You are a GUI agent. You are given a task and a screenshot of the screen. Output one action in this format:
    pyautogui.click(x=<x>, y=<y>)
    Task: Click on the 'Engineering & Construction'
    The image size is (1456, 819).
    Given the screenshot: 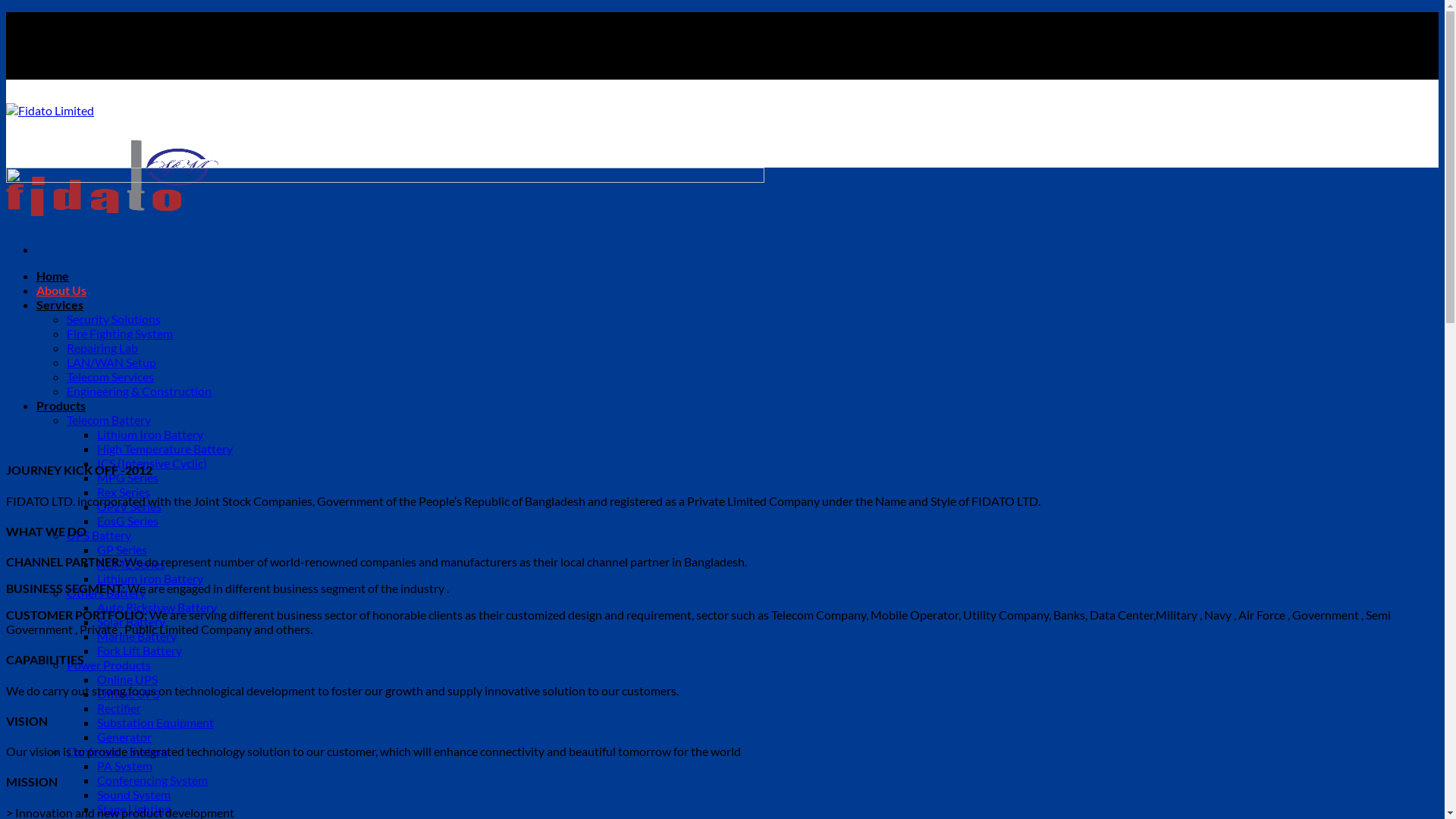 What is the action you would take?
    pyautogui.click(x=139, y=390)
    